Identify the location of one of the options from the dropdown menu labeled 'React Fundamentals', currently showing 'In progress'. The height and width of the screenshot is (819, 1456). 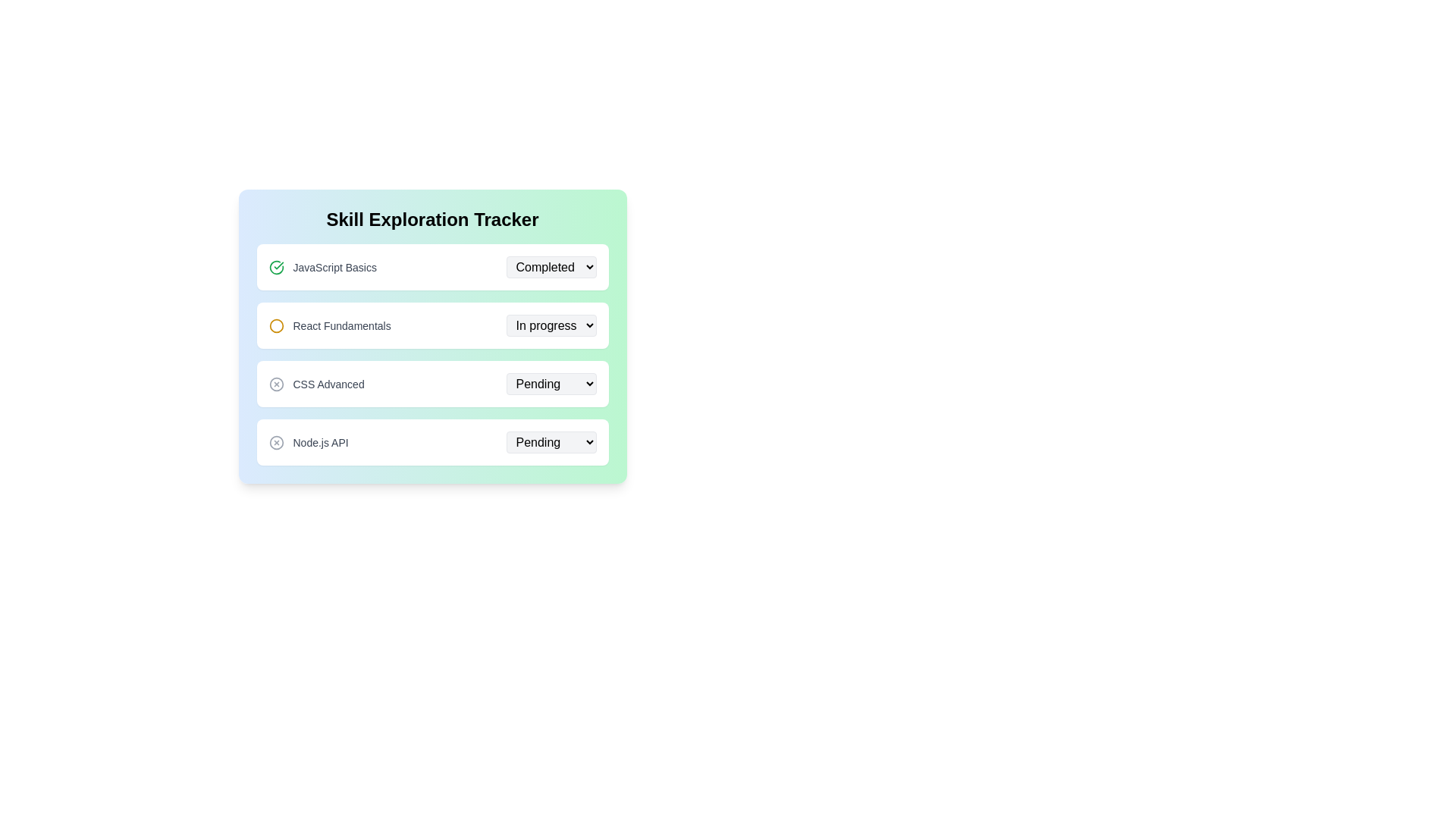
(550, 324).